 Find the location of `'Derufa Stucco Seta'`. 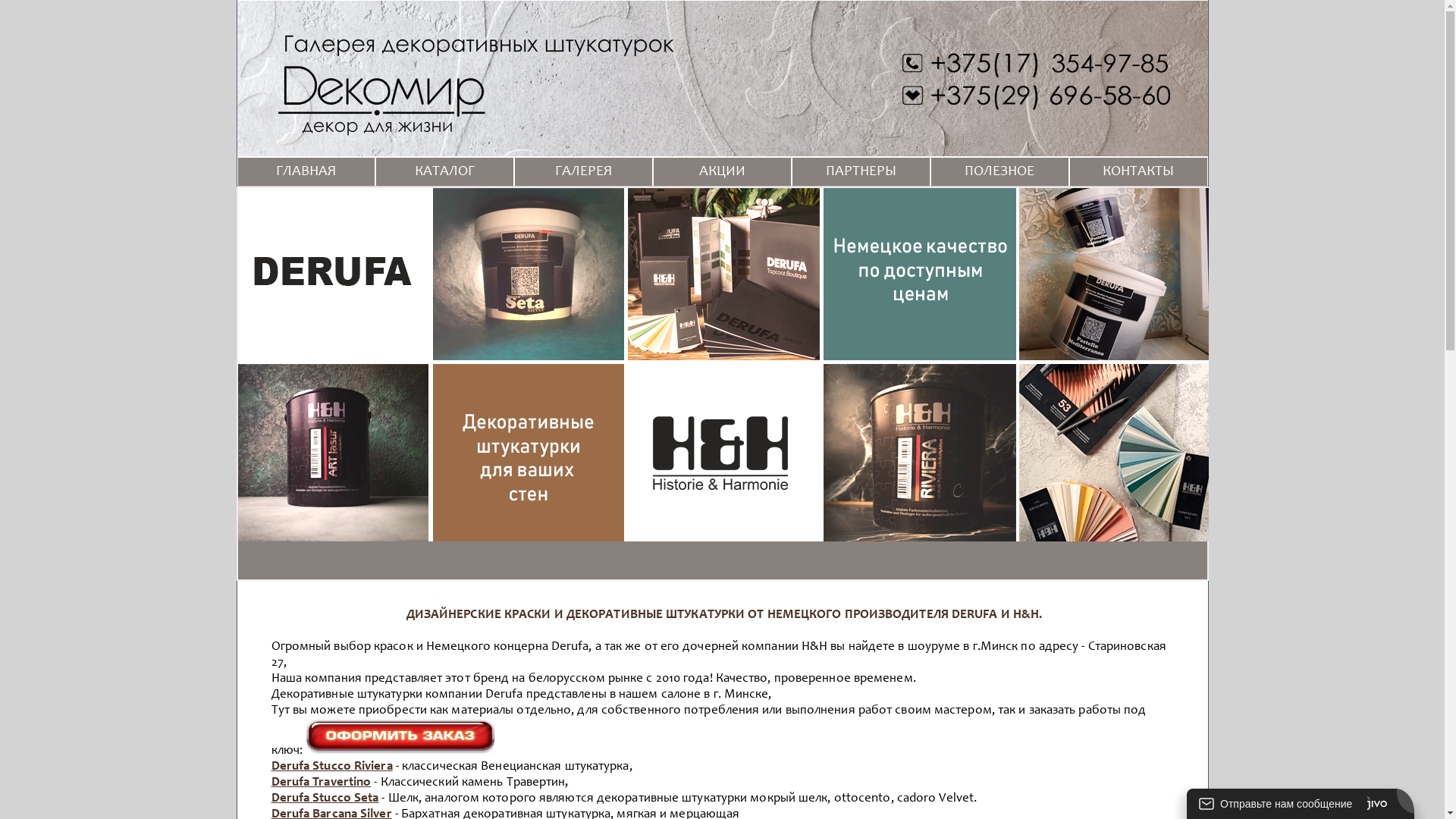

'Derufa Stucco Seta' is located at coordinates (324, 798).